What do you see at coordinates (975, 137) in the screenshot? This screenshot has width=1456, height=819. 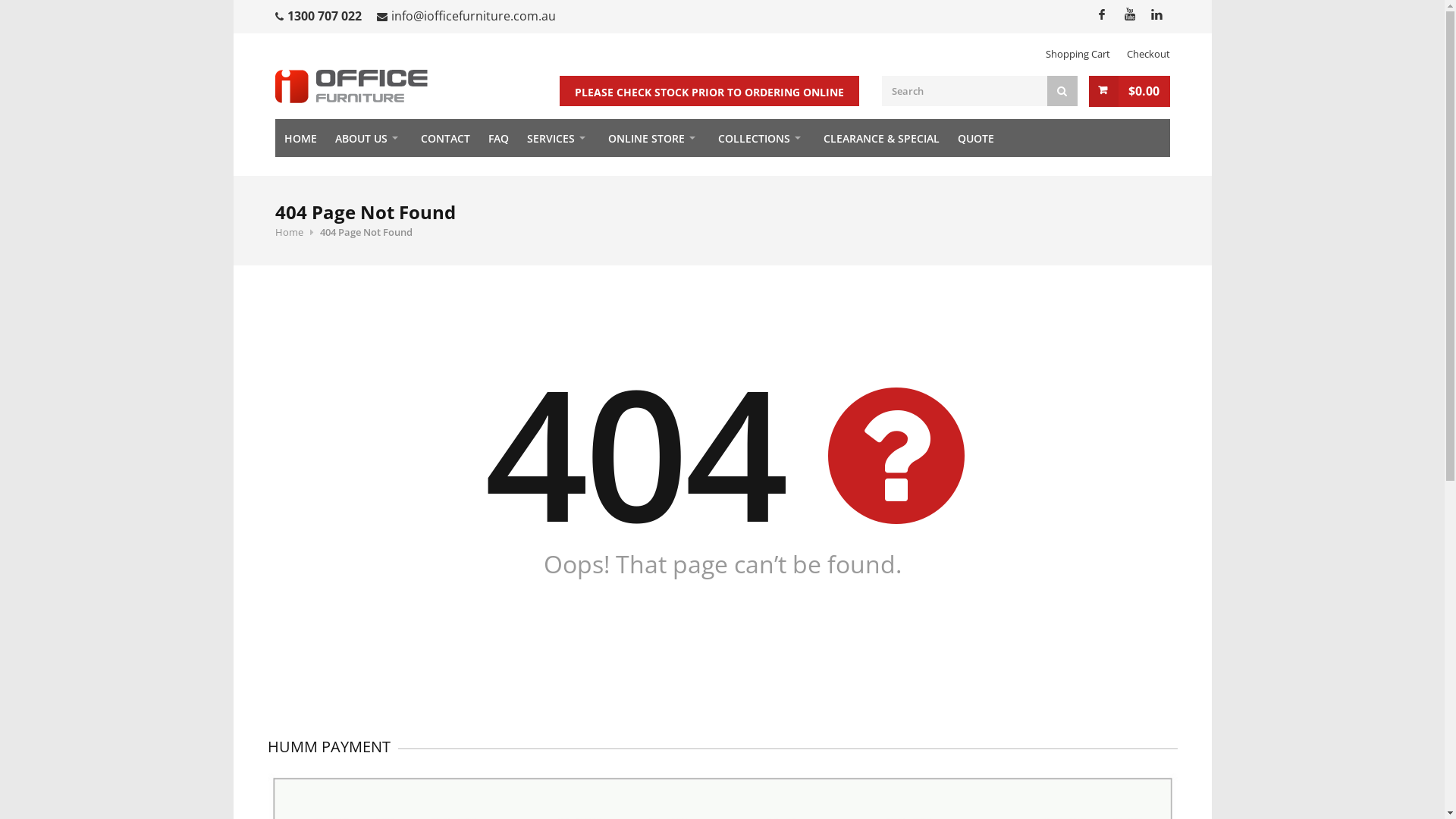 I see `'QUOTE'` at bounding box center [975, 137].